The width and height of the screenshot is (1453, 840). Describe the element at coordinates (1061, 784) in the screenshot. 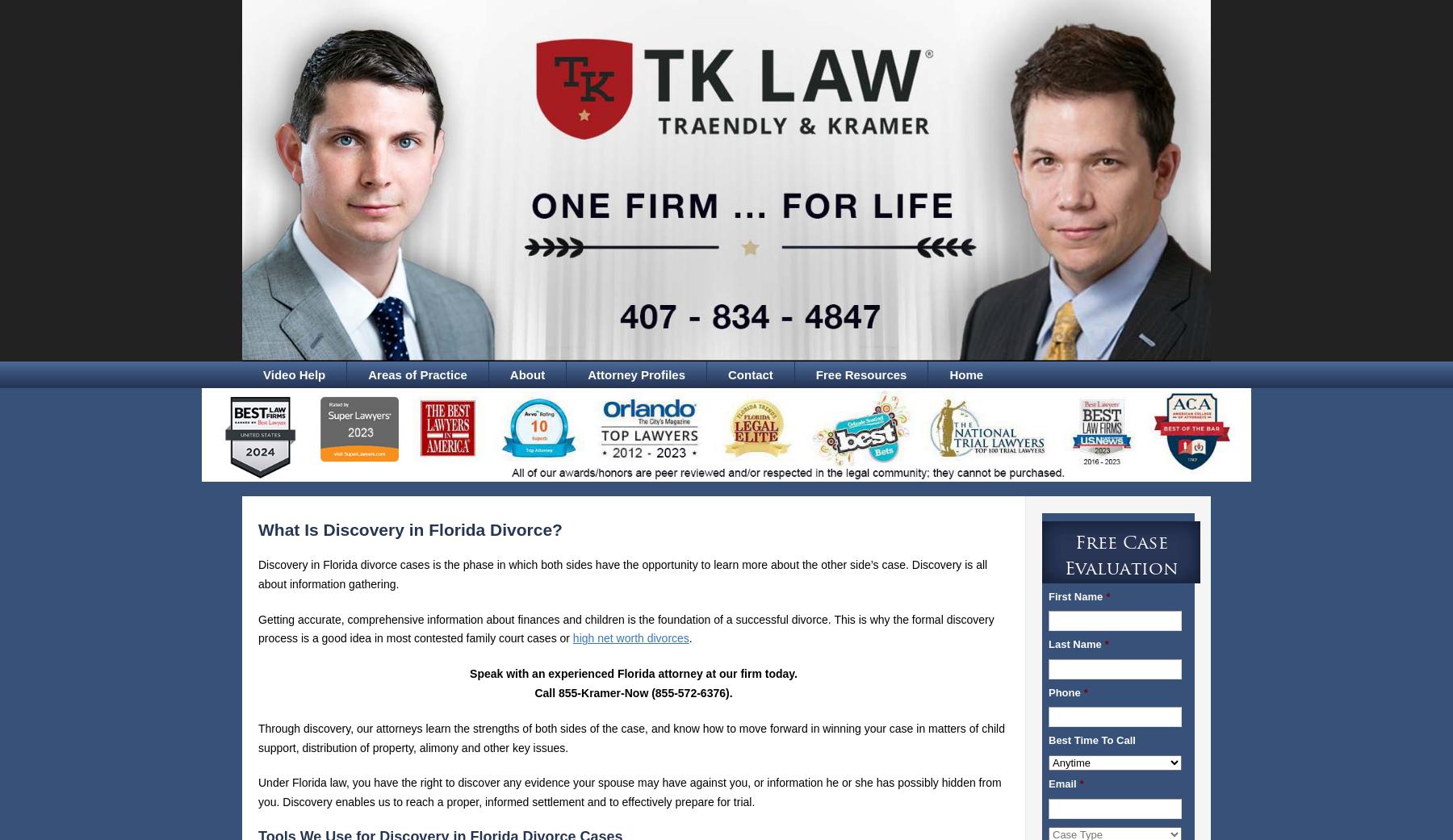

I see `'Email'` at that location.